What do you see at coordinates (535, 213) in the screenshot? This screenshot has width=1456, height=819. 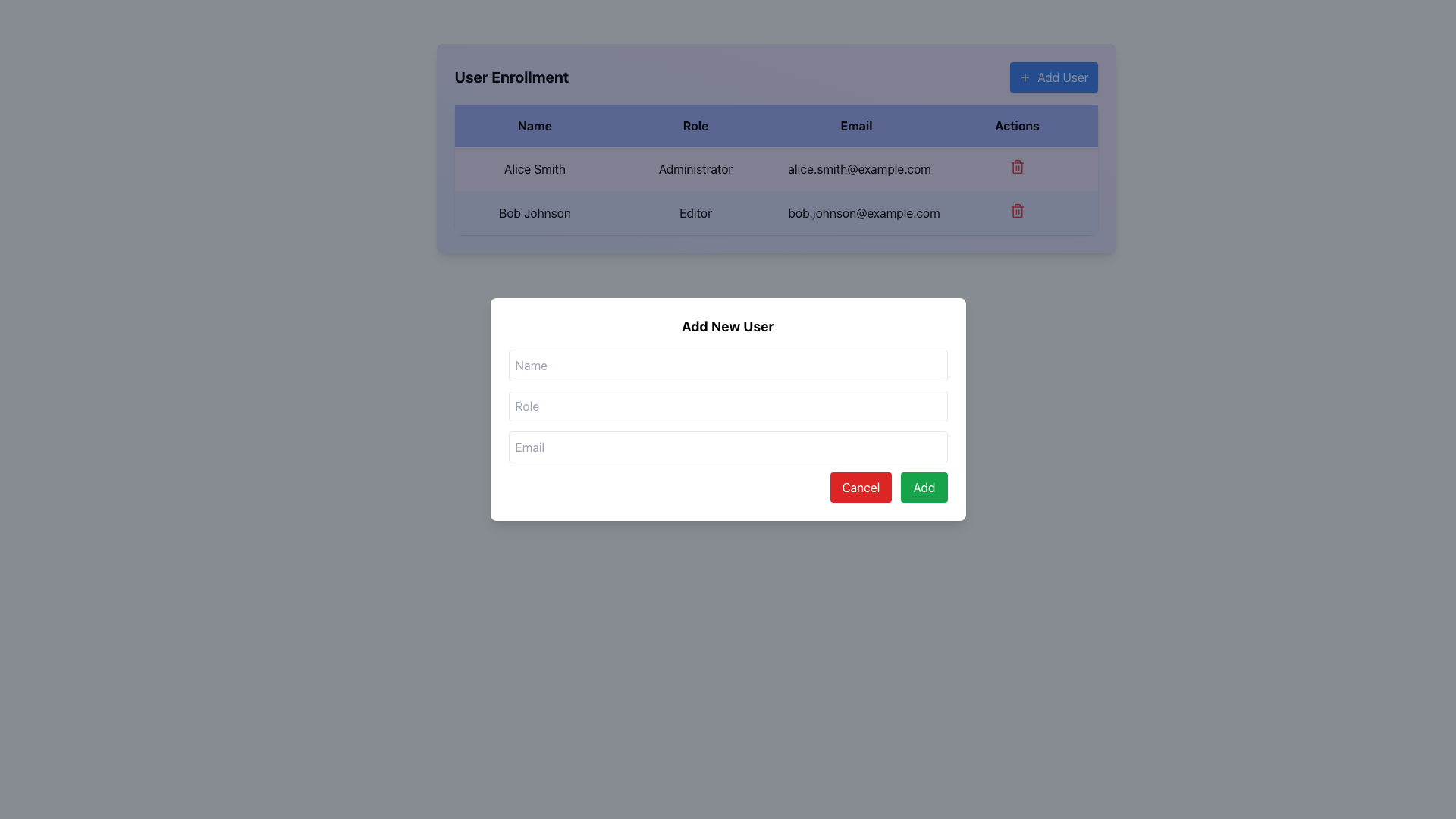 I see `the text label displaying the name 'Bob Johnson', located in the second row of the table under the 'Name' column, for accessibility purposes` at bounding box center [535, 213].